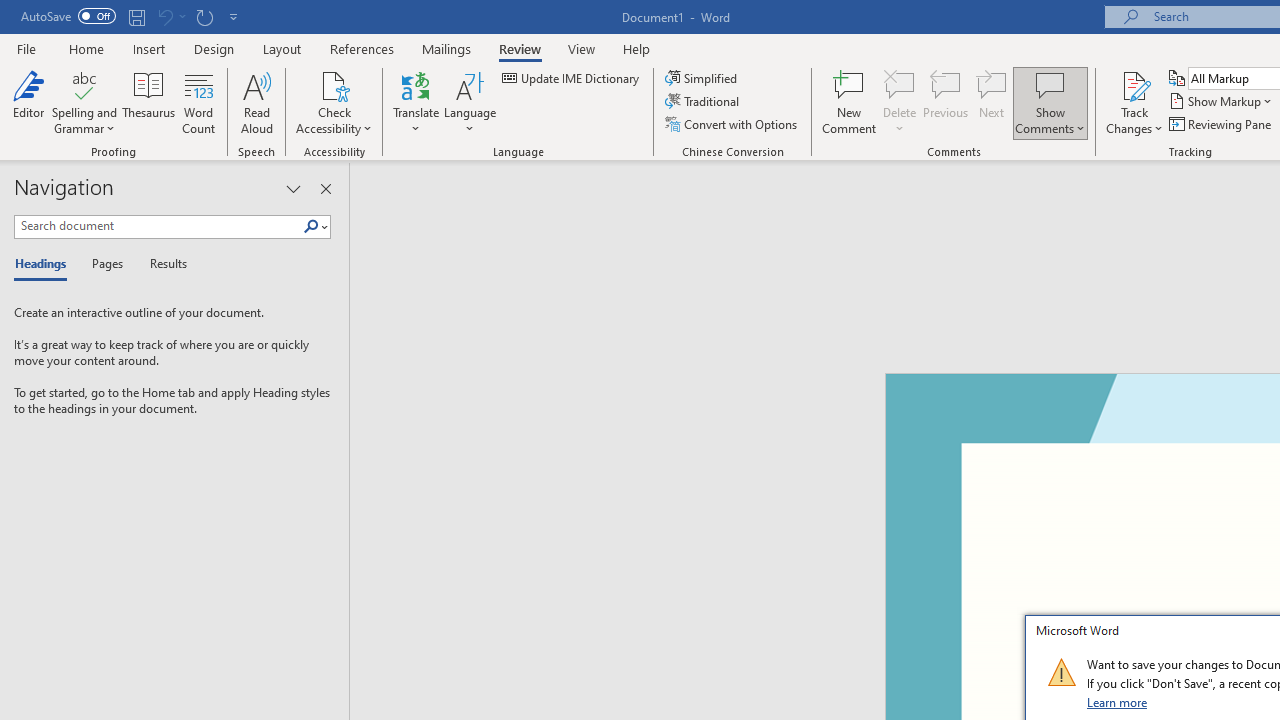 Image resolution: width=1280 pixels, height=720 pixels. I want to click on 'Show Markup', so click(1221, 101).